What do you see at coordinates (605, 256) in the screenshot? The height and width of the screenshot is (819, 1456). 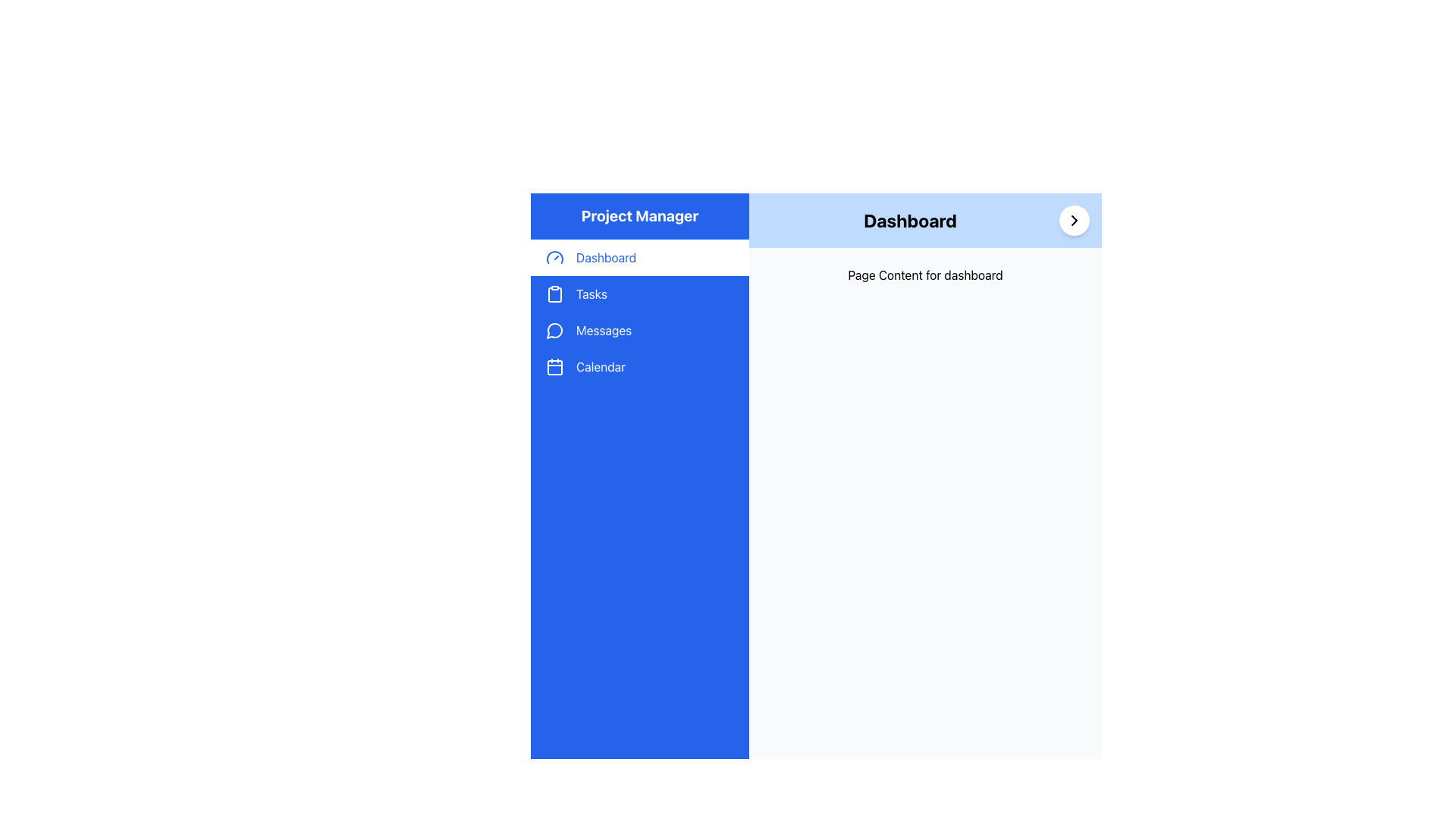 I see `the navigation link text located in the left-hand navigation menu directly below the 'Project Manager' header, which redirects to the dashboard view` at bounding box center [605, 256].